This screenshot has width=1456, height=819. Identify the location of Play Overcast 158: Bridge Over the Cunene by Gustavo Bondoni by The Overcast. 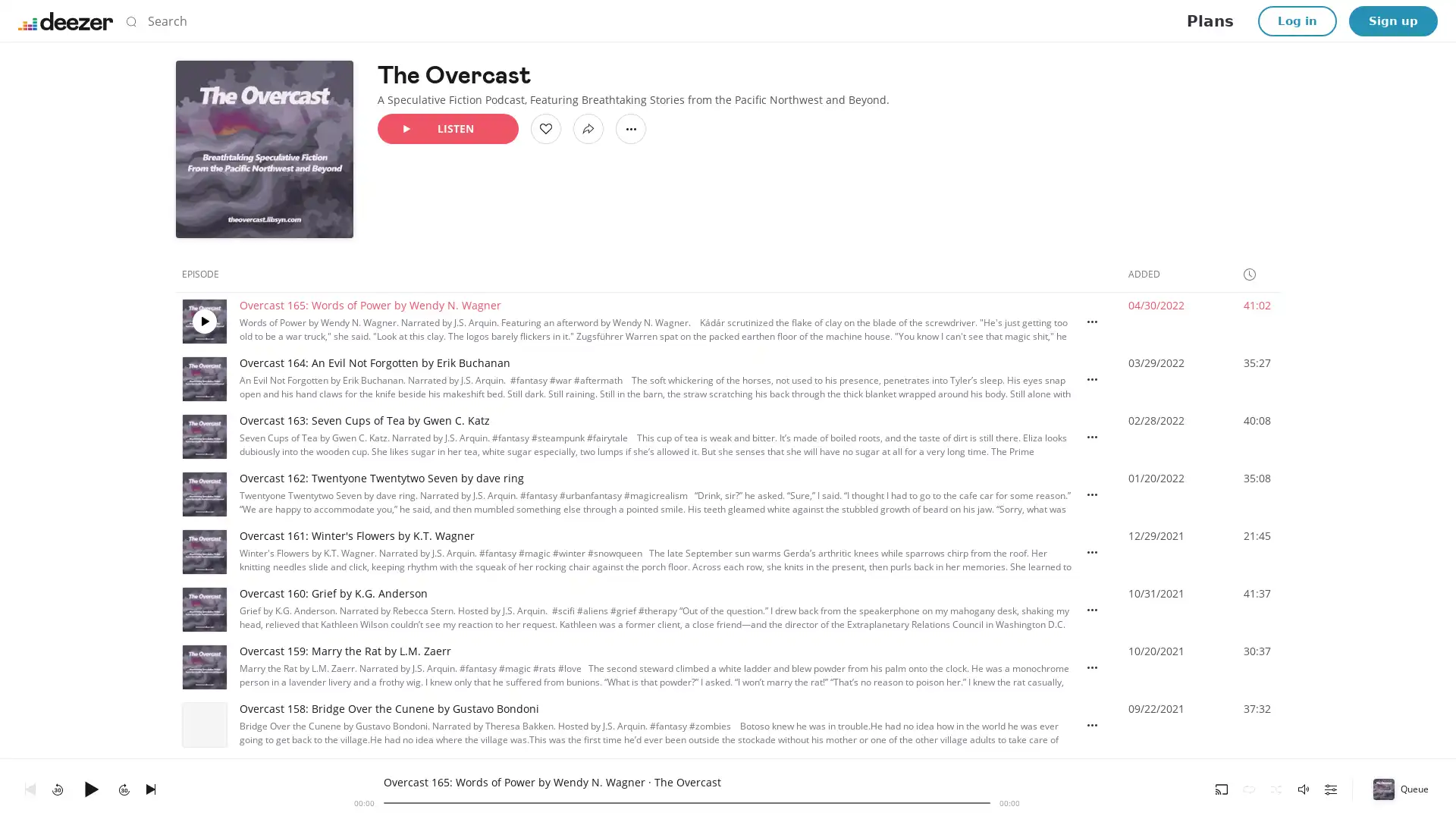
(203, 724).